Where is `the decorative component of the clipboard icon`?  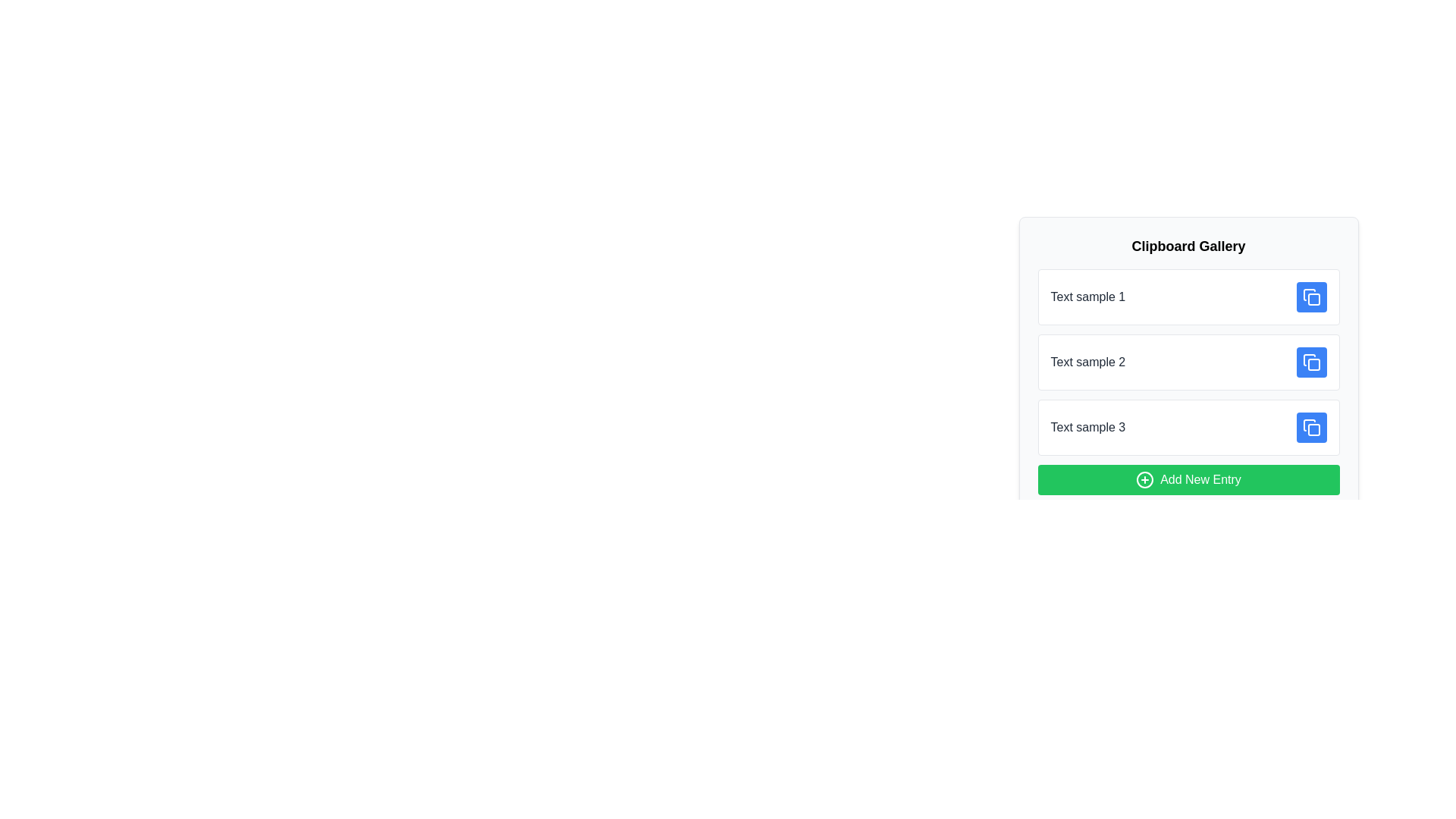
the decorative component of the clipboard icon is located at coordinates (1313, 365).